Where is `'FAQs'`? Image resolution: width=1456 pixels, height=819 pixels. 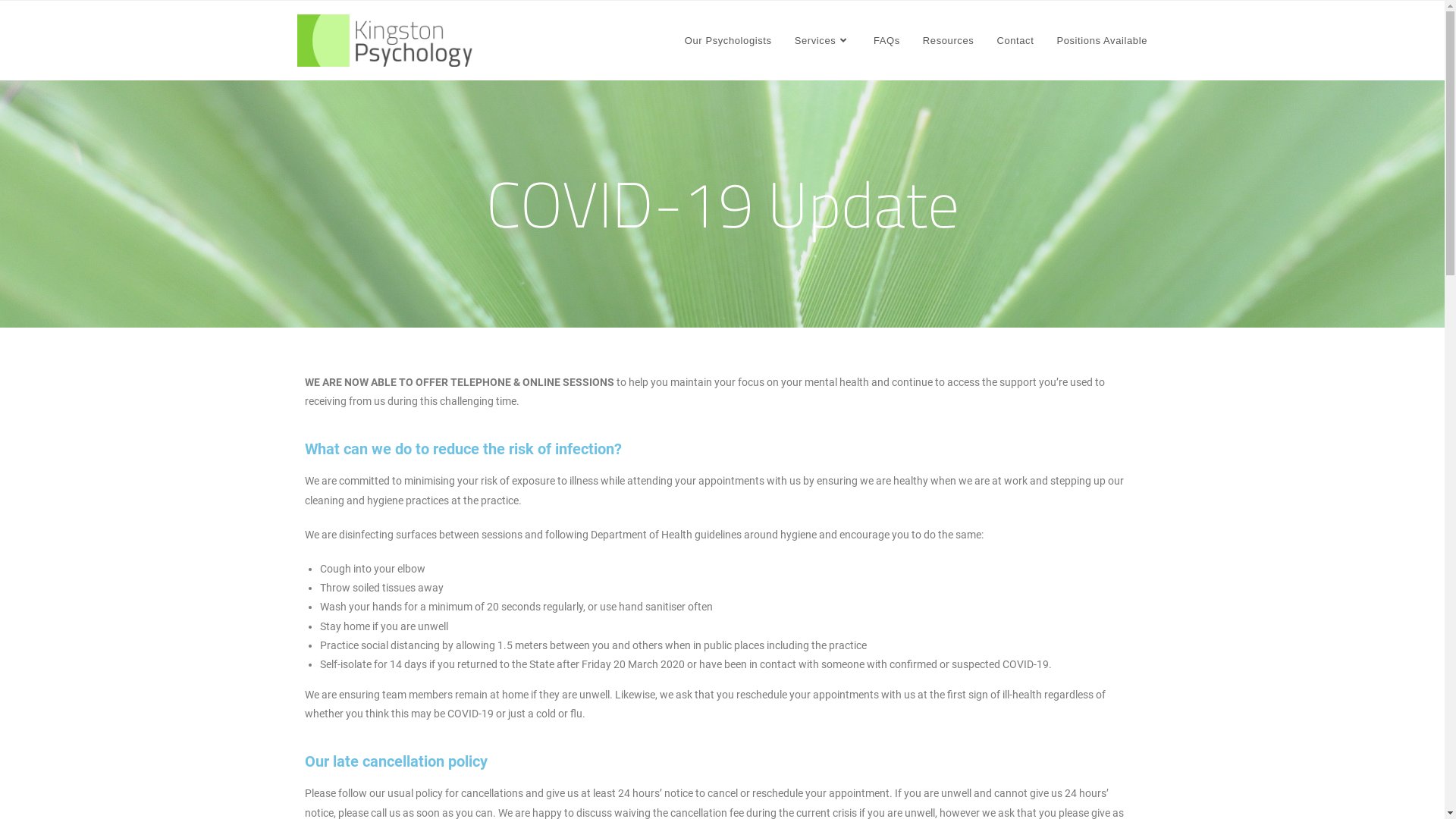
'FAQs' is located at coordinates (862, 39).